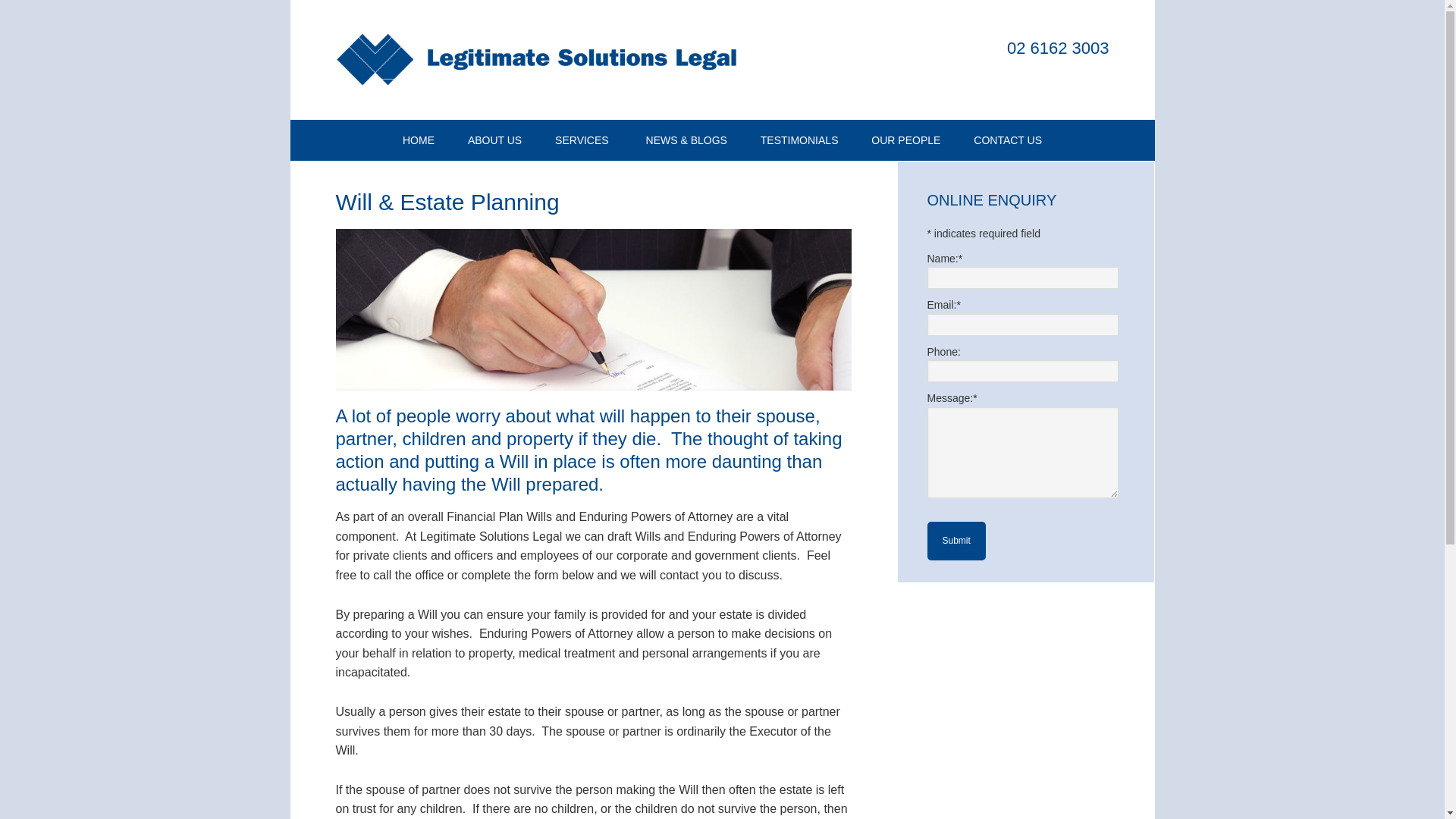  Describe the element at coordinates (905, 140) in the screenshot. I see `'OUR PEOPLE'` at that location.